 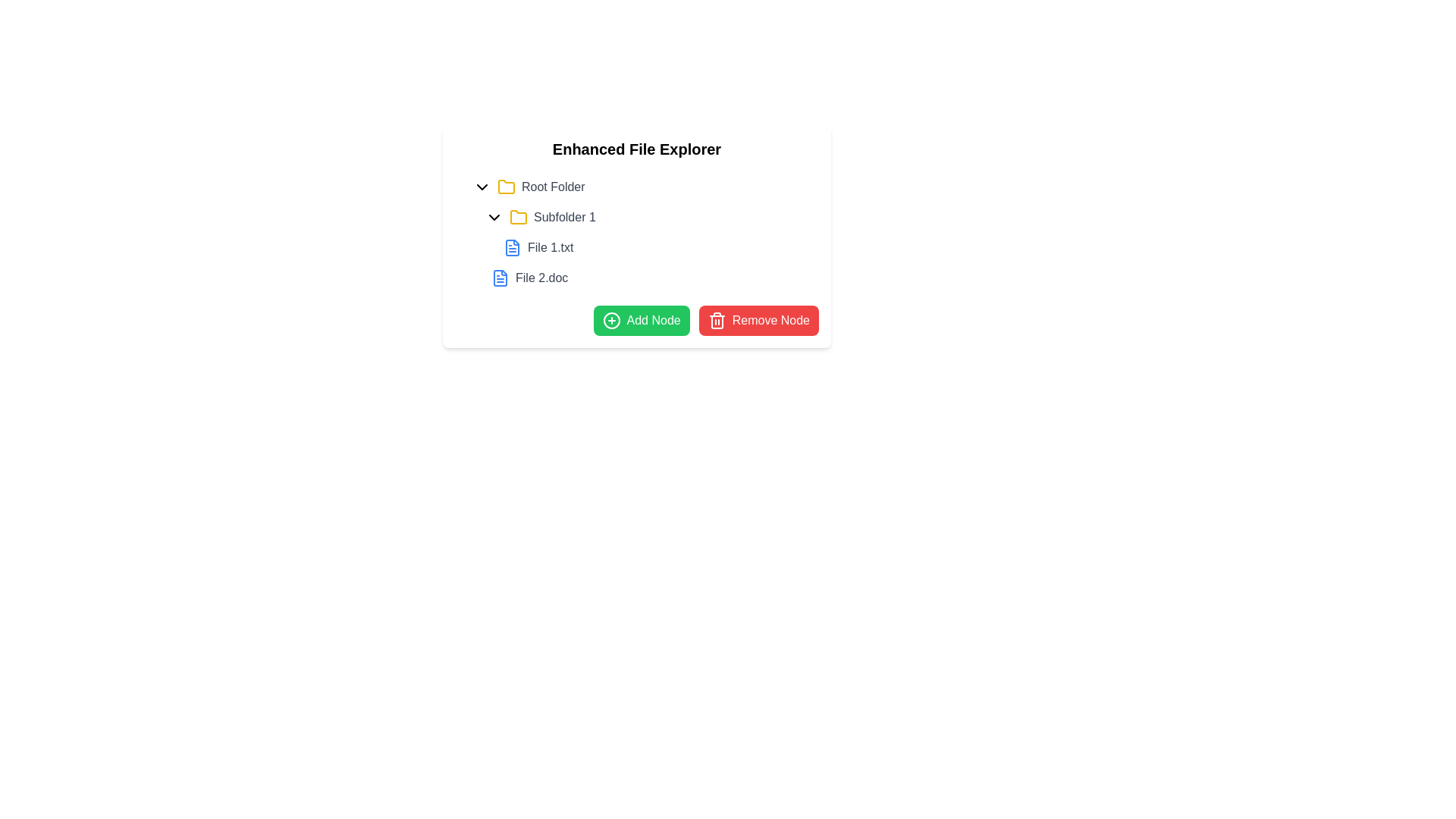 I want to click on the button located at the bottom-right corner of the central grouping, immediately to the right of the green 'Add Node' button, so click(x=758, y=320).